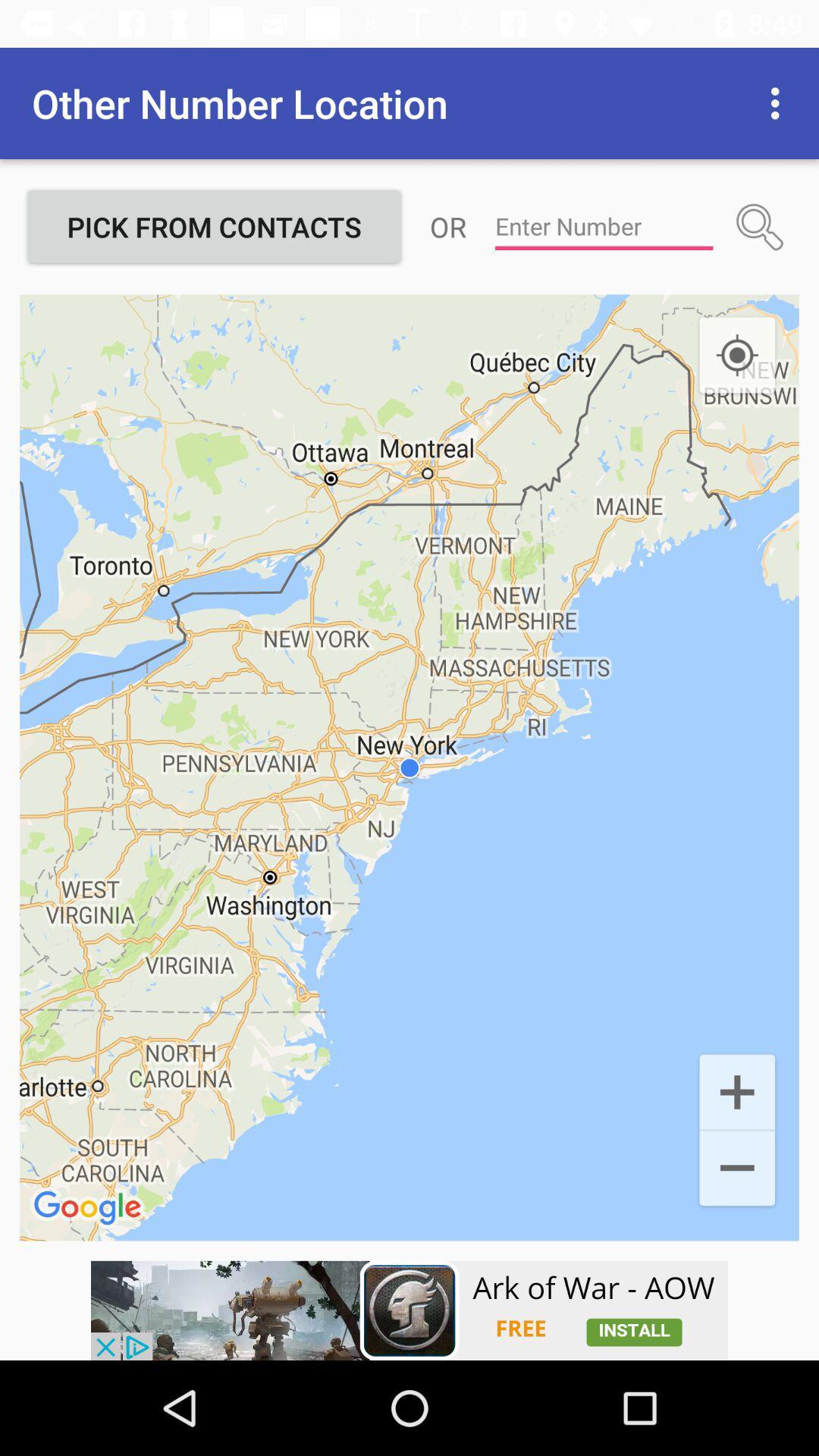 This screenshot has width=819, height=1456. I want to click on search tool, so click(760, 226).